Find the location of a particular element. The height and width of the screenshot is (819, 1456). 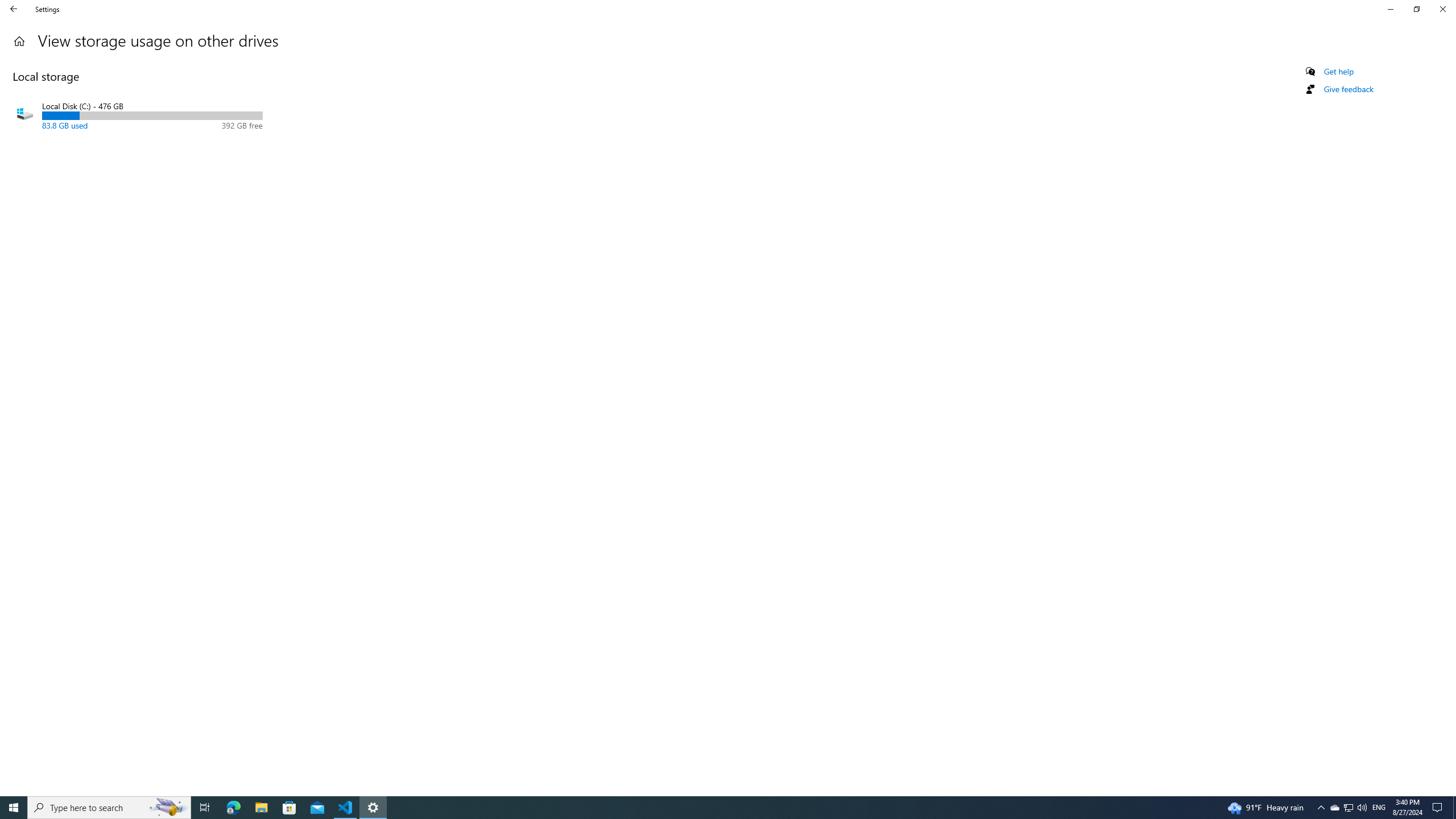

'User Promoted Notification Area' is located at coordinates (1347, 806).